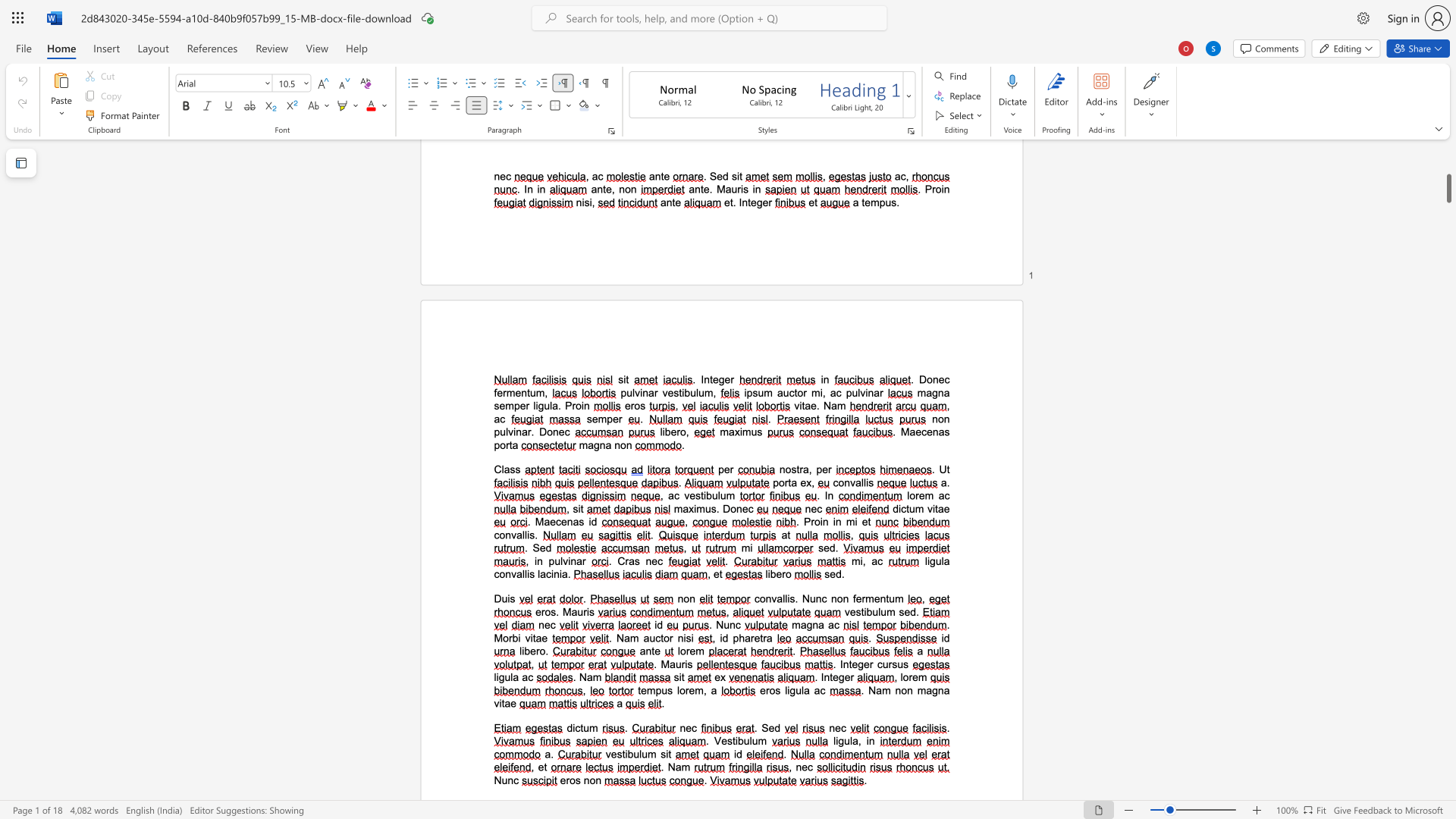 The width and height of the screenshot is (1456, 819). What do you see at coordinates (904, 610) in the screenshot?
I see `the space between the continuous character "s" and "e" in the text` at bounding box center [904, 610].